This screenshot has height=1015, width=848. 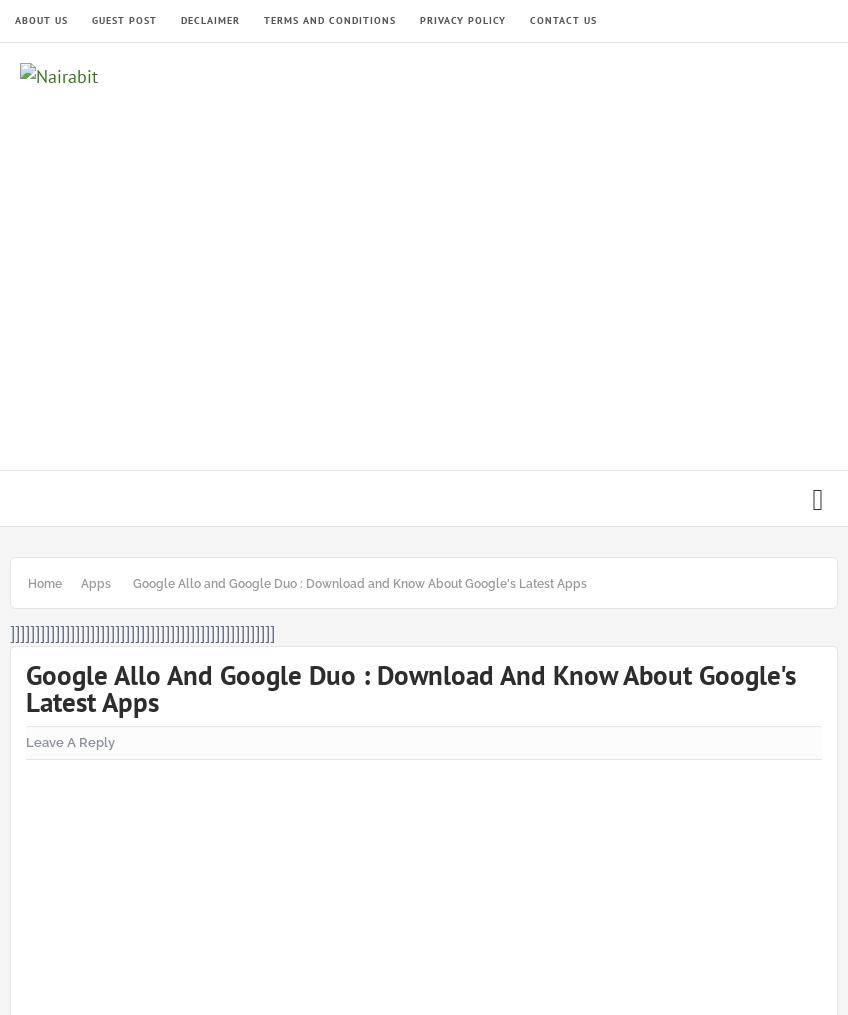 I want to click on 'About Us', so click(x=40, y=19).